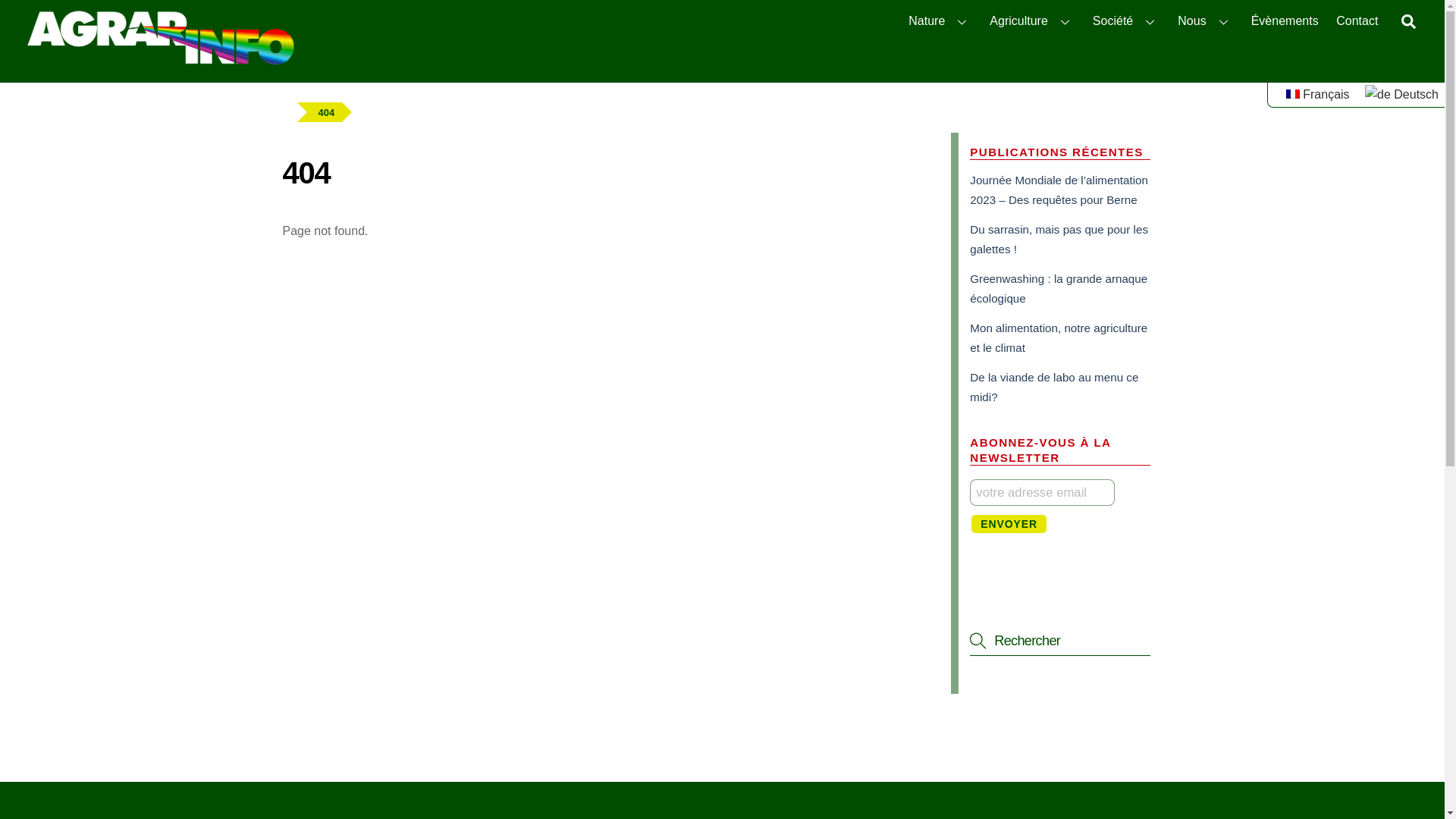 The width and height of the screenshot is (1456, 819). What do you see at coordinates (1059, 640) in the screenshot?
I see `'Rechercher'` at bounding box center [1059, 640].